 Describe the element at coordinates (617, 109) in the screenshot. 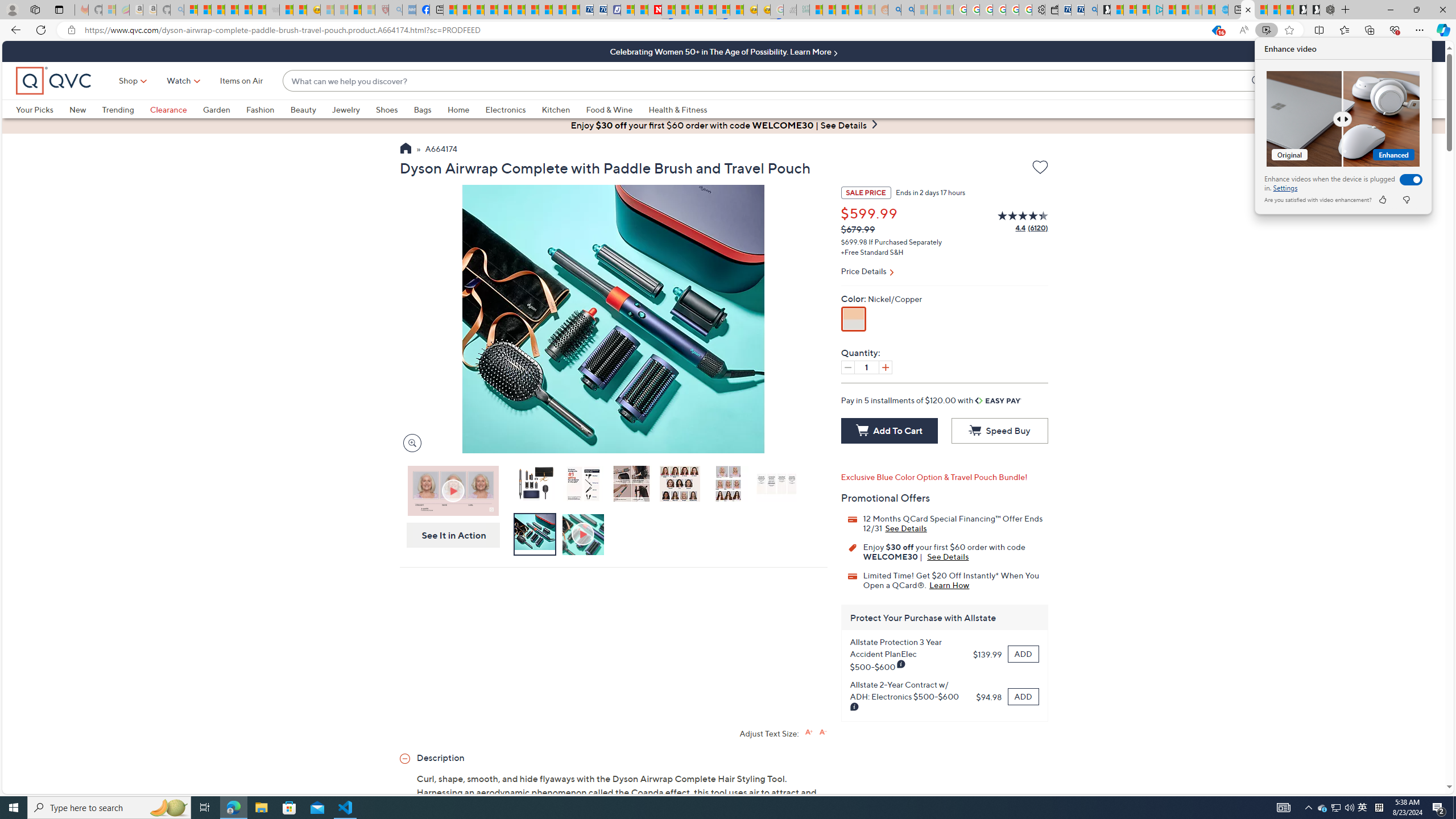

I see `'Food & Wine'` at that location.